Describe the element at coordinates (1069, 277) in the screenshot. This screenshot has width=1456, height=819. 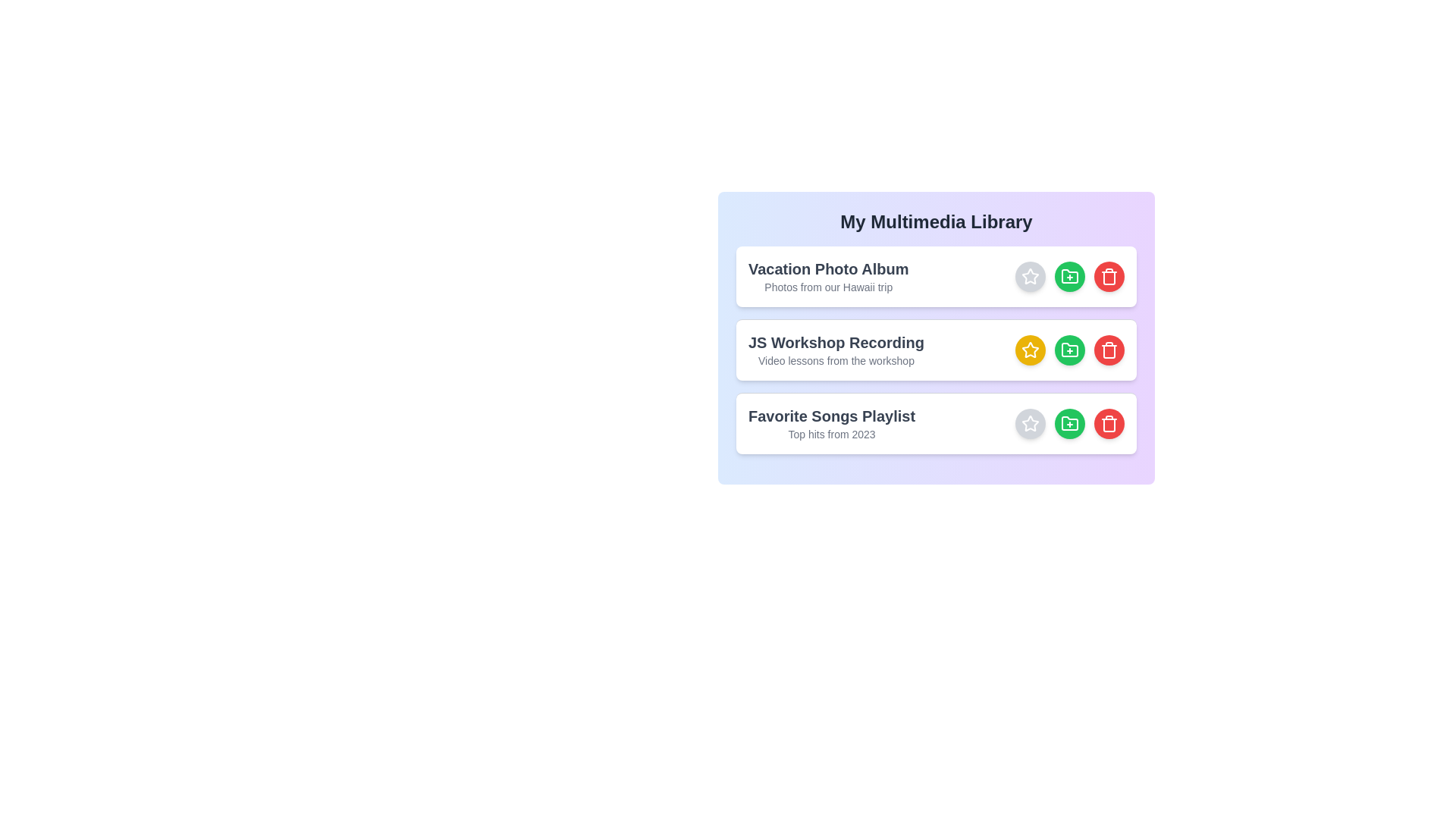
I see `the green circular button with a folder and plus icon for keyboard navigation` at that location.